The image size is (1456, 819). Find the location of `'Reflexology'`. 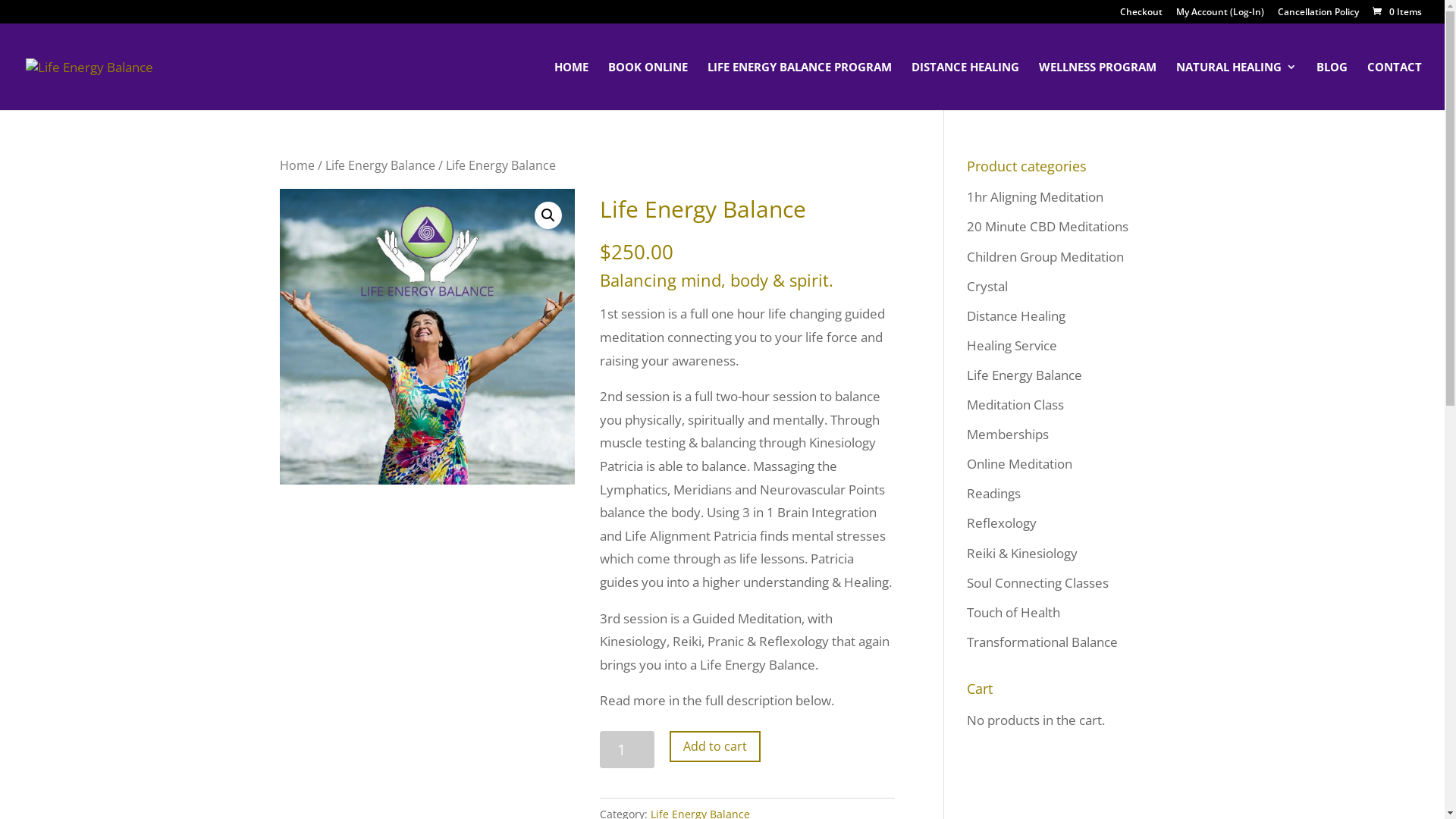

'Reflexology' is located at coordinates (1001, 522).